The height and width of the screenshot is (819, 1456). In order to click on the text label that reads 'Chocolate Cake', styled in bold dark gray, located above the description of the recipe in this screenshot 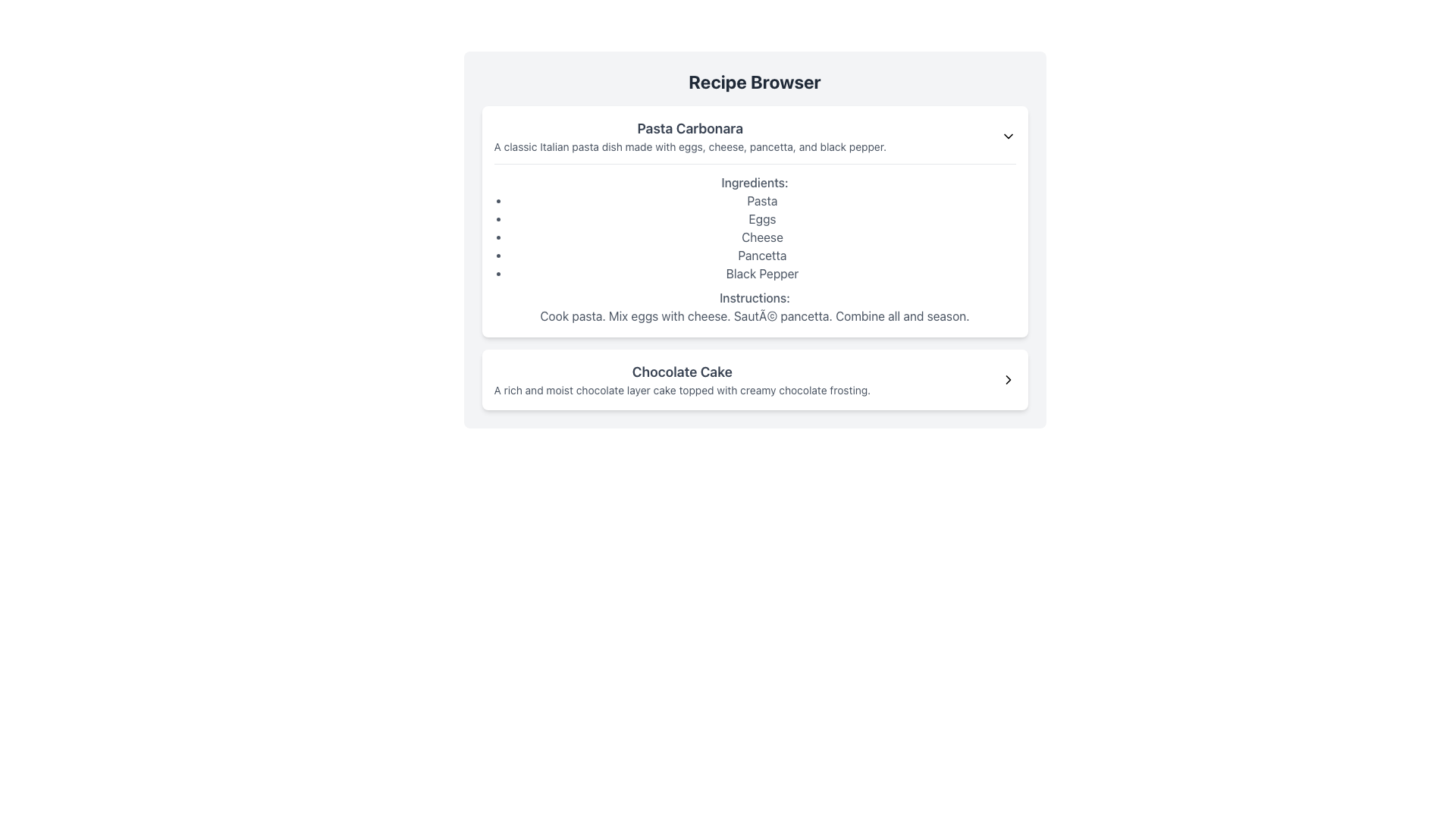, I will do `click(681, 372)`.